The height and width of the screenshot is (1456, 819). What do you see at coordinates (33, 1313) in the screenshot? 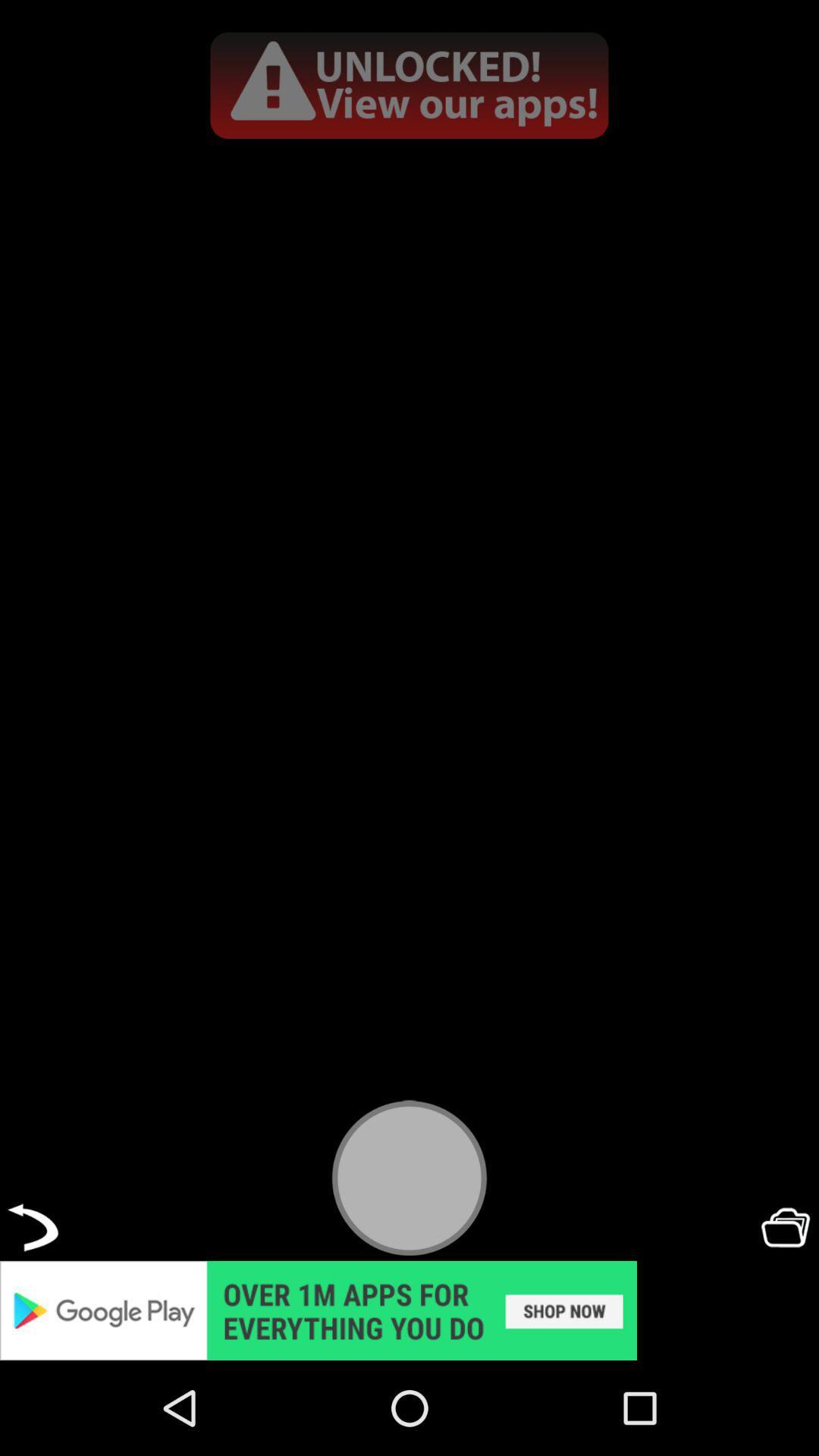
I see `the undo icon` at bounding box center [33, 1313].